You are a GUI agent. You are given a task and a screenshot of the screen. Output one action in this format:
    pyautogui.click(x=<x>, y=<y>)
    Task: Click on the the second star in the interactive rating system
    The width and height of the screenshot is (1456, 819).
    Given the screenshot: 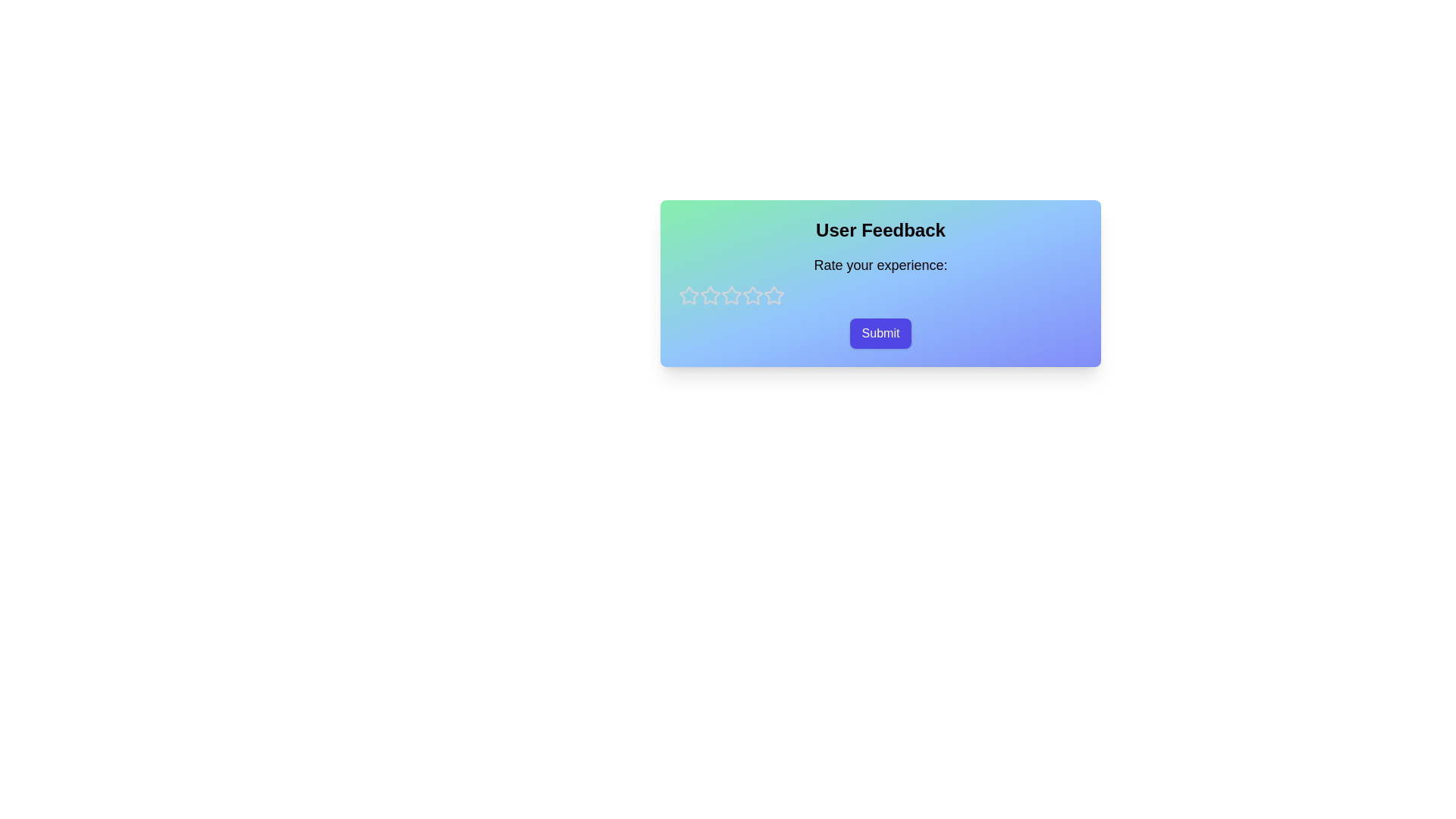 What is the action you would take?
    pyautogui.click(x=731, y=295)
    